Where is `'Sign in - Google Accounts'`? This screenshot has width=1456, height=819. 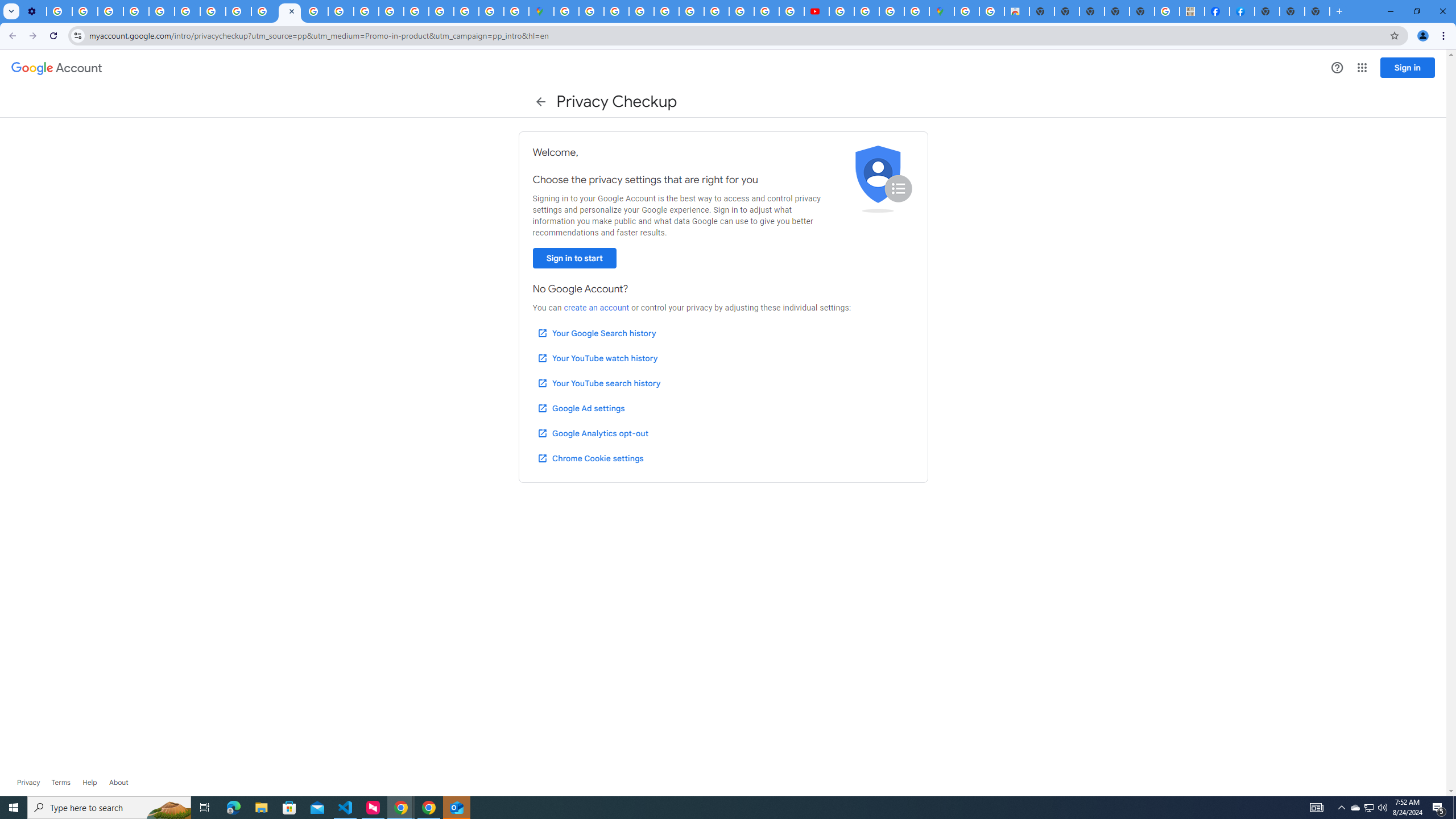
'Sign in - Google Accounts' is located at coordinates (591, 11).